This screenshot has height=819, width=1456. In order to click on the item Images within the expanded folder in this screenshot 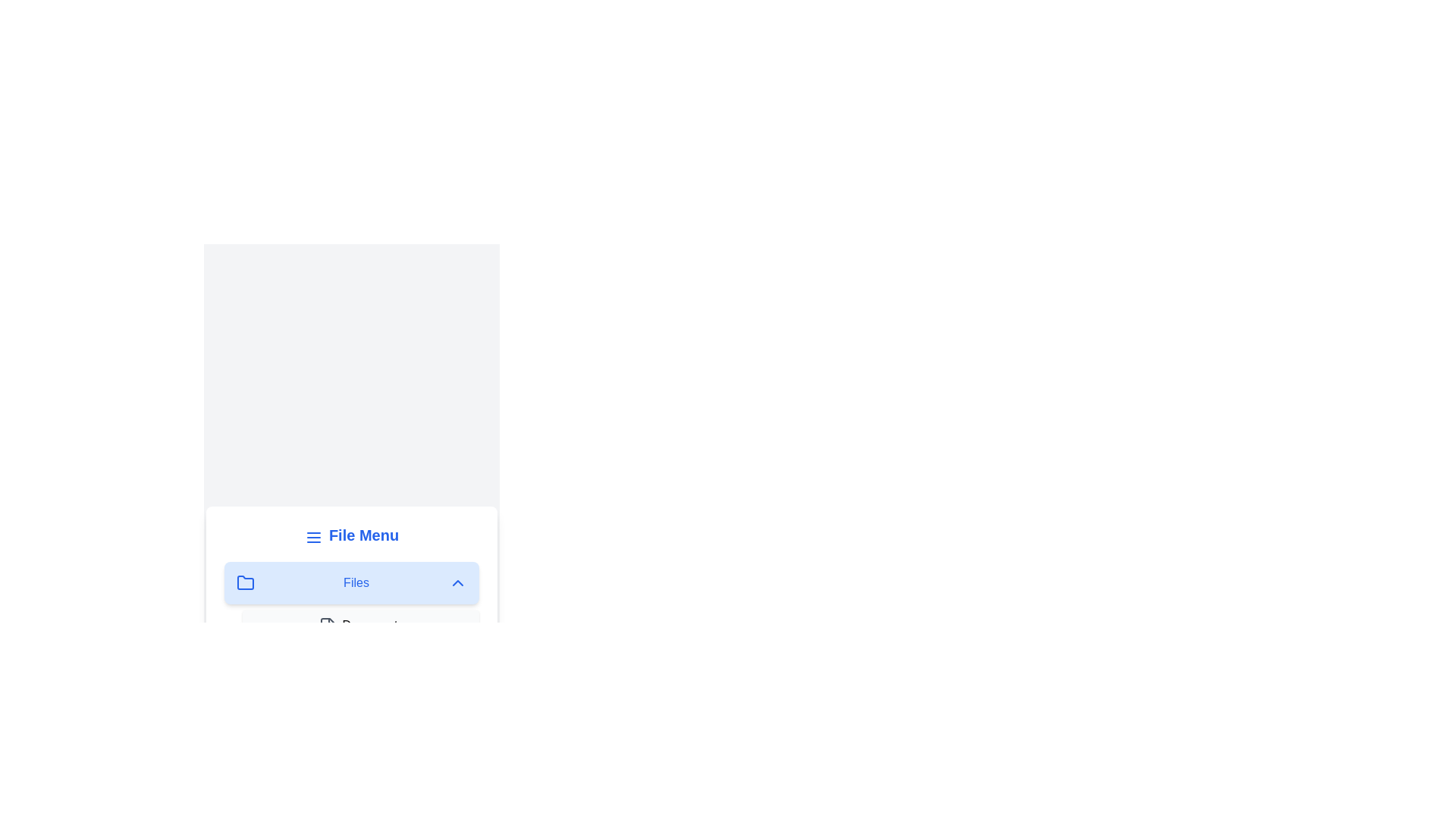, I will do `click(359, 662)`.